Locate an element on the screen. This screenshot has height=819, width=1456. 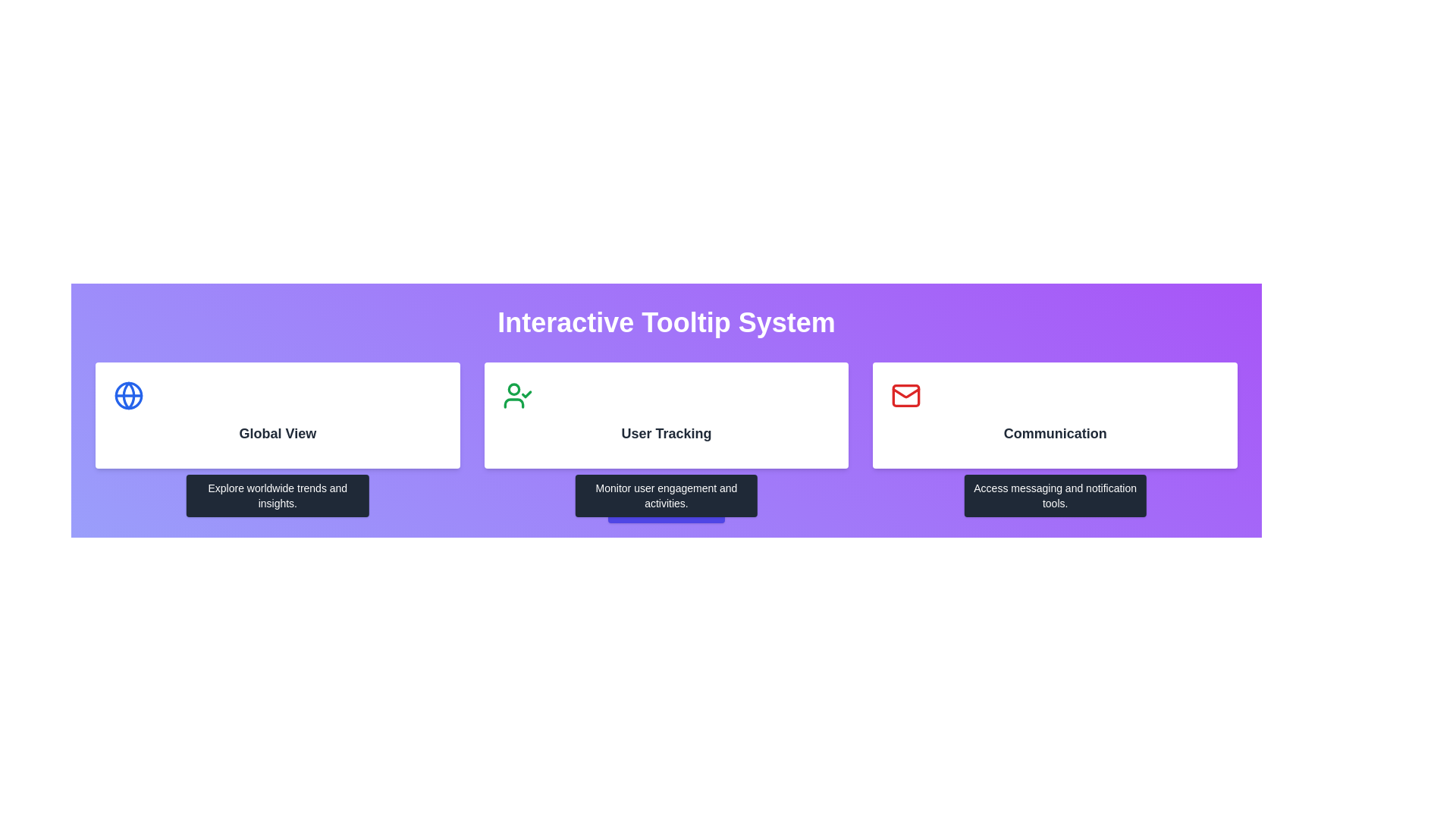
the bottom segment of the SVG graphic representing the user icon in the 'User Tracking' section of the second card is located at coordinates (513, 403).